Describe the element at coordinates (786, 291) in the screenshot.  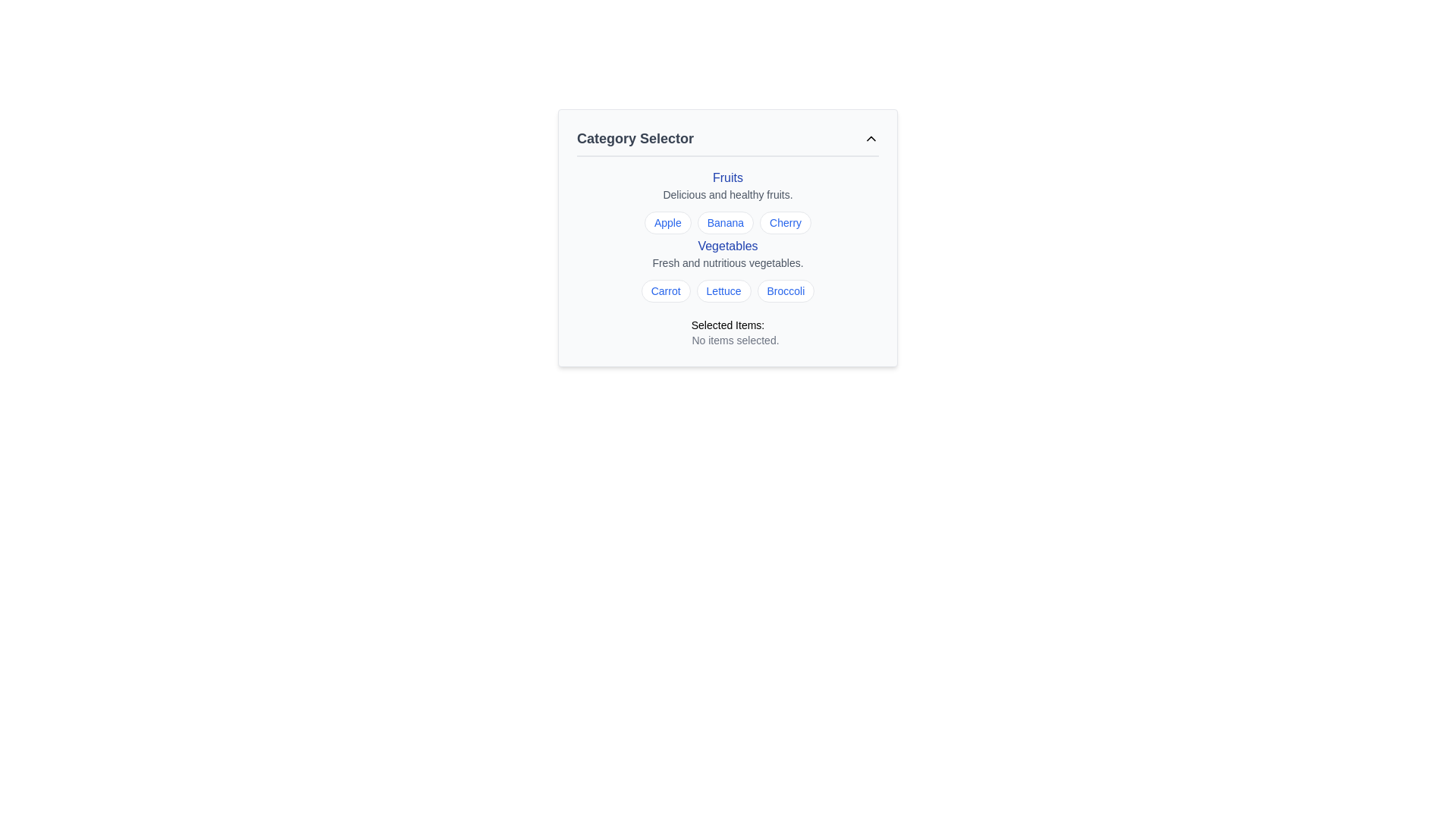
I see `the 'Broccoli' selection button located in the 'Vegetables' category, which is the third button in a group of pill-shaped buttons` at that location.